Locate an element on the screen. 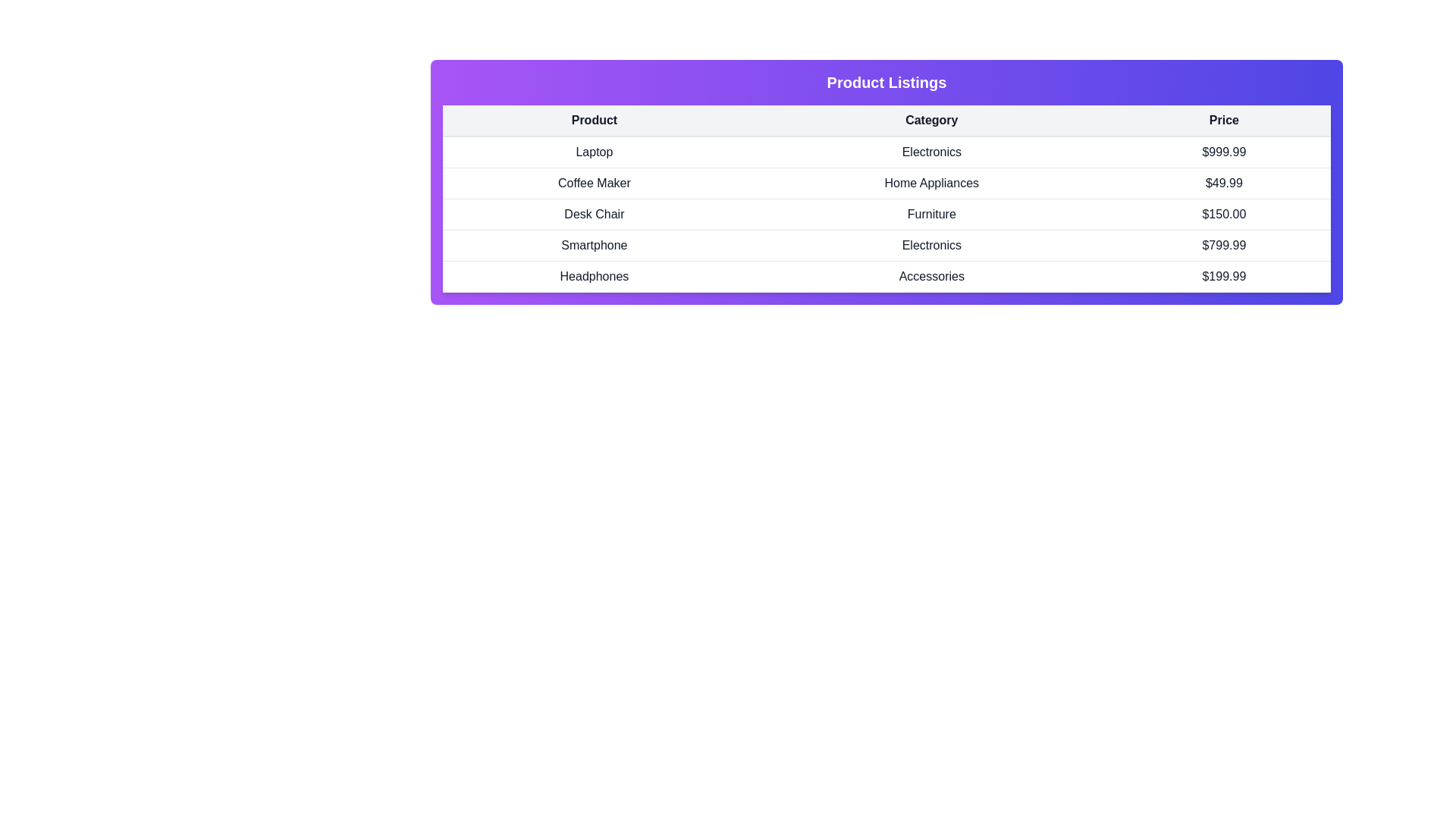  the 'Price' column header in the table, which is the third column header following 'Product' and 'Category', located in the top-right section of the table header strip under 'Product Listings' is located at coordinates (1224, 120).